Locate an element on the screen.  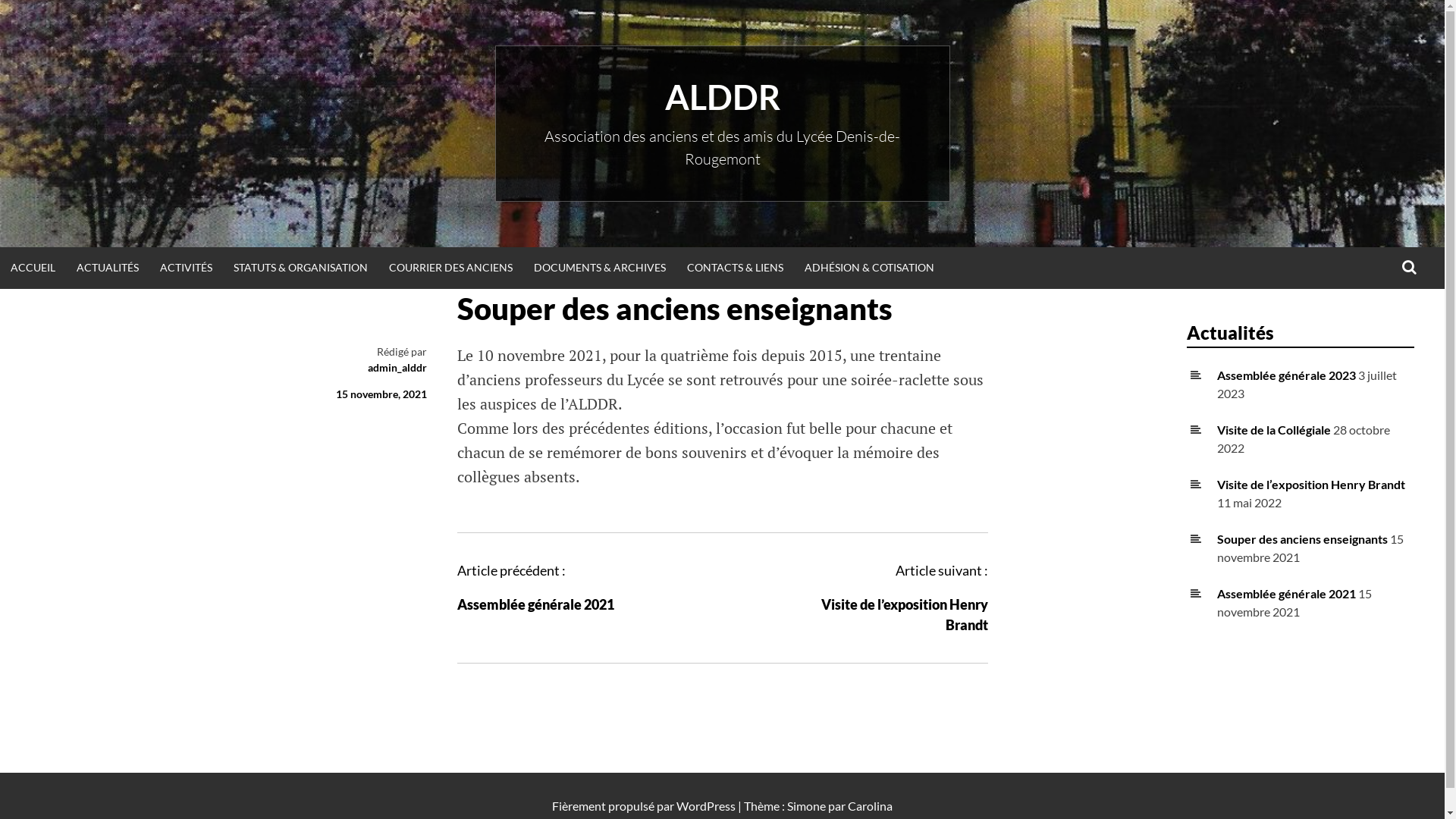
'Souper des anciens enseignants' is located at coordinates (1301, 538).